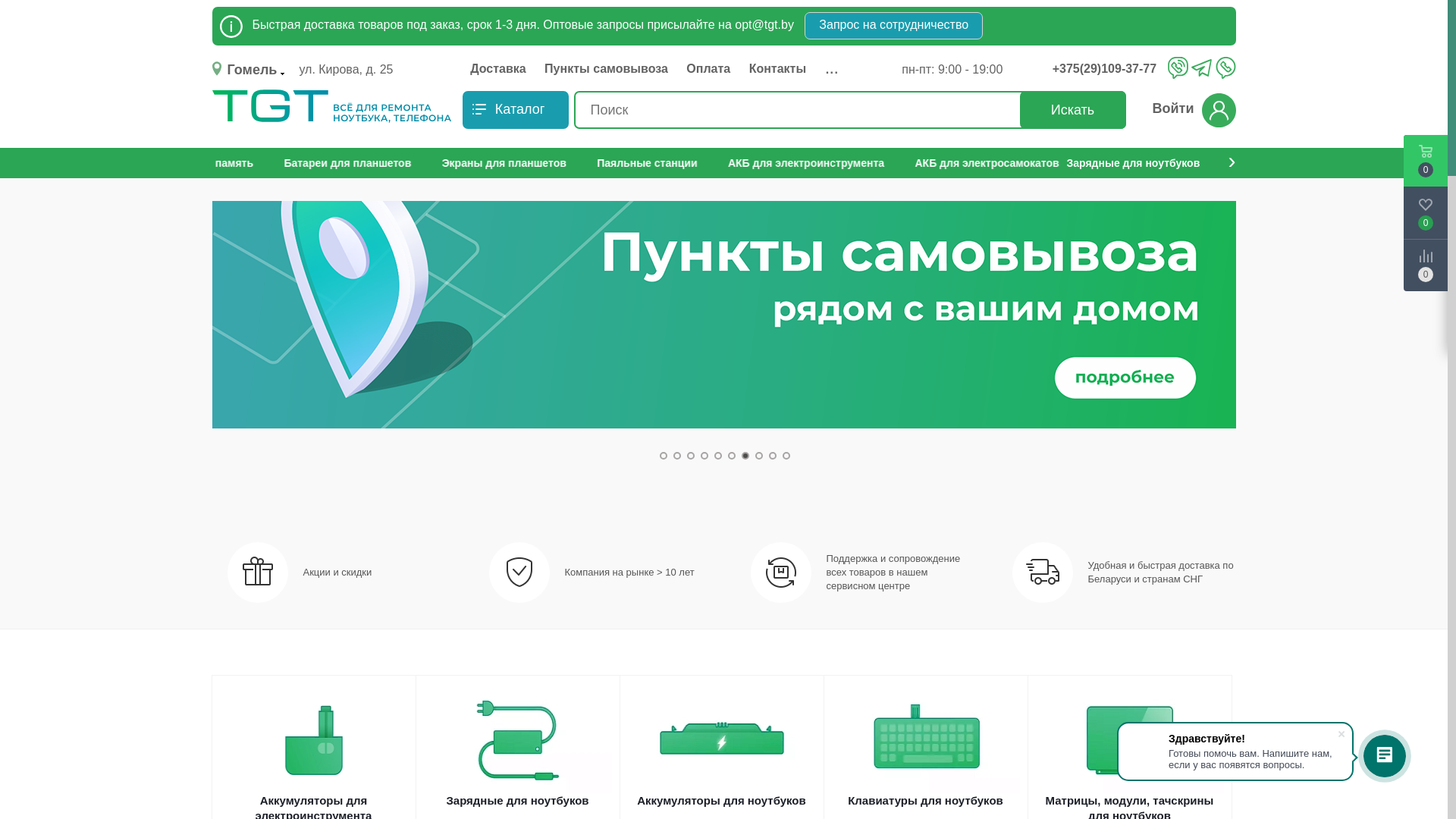  Describe the element at coordinates (764, 24) in the screenshot. I see `'opt@tgt.by'` at that location.